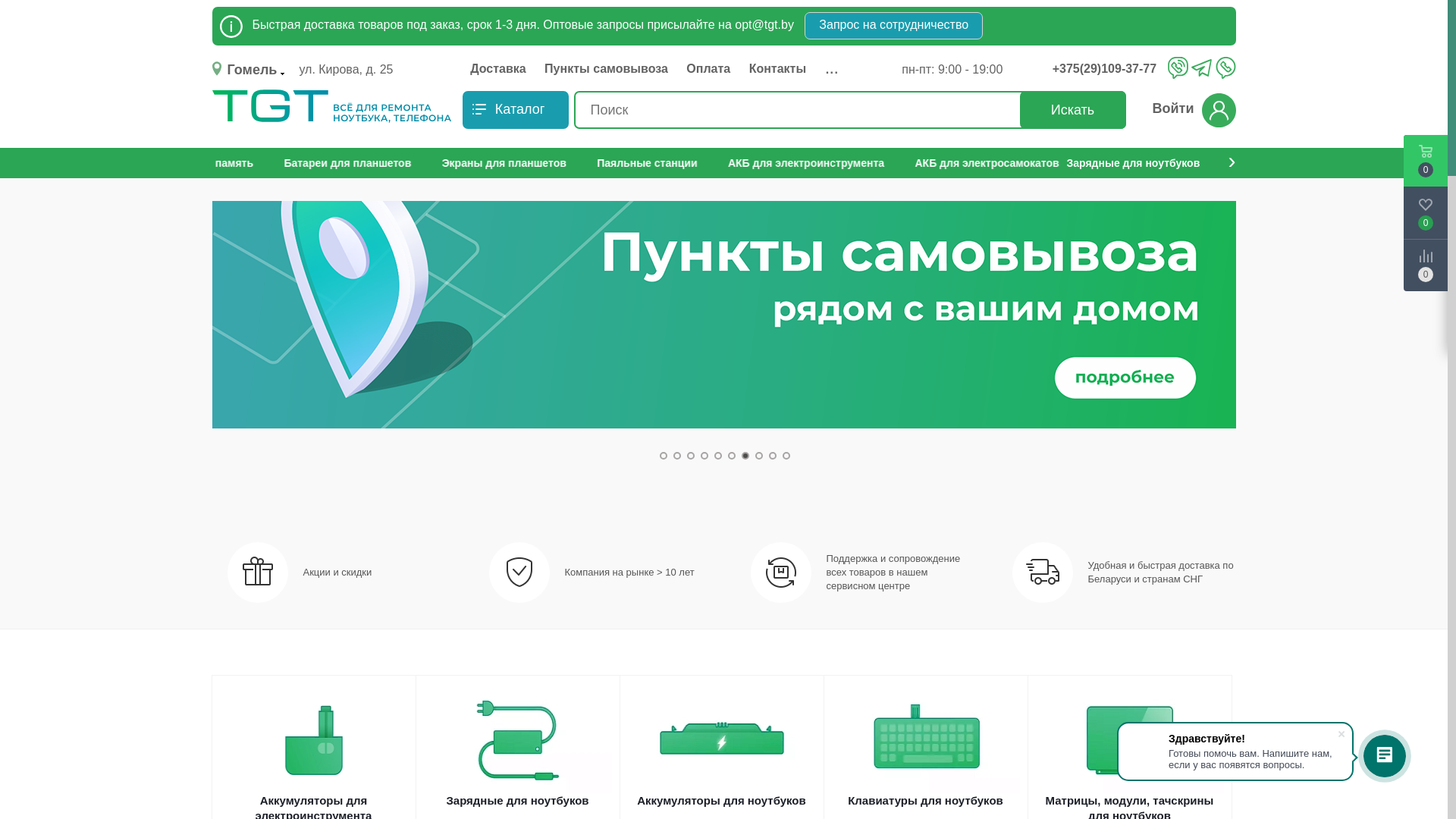  Describe the element at coordinates (764, 24) in the screenshot. I see `'opt@tgt.by'` at that location.